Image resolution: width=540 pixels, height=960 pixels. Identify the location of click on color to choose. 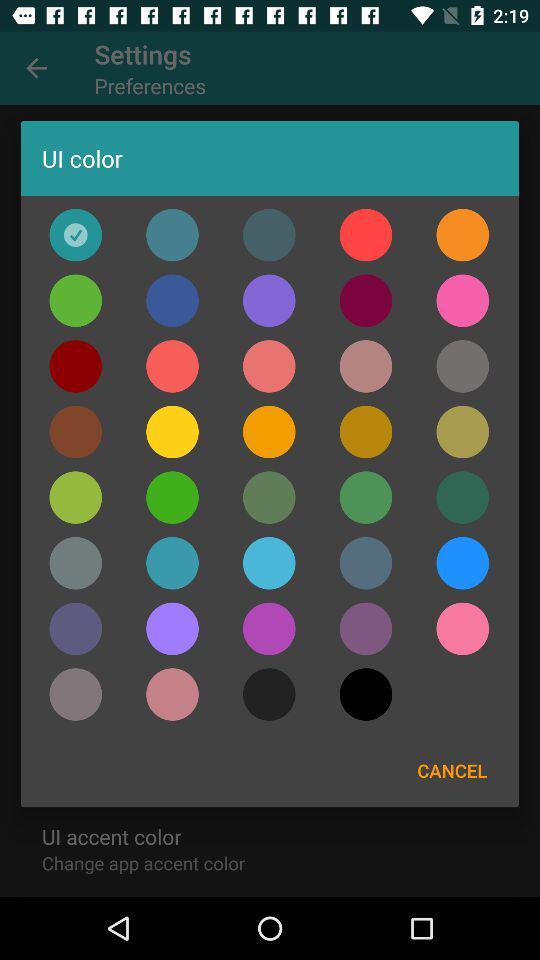
(269, 235).